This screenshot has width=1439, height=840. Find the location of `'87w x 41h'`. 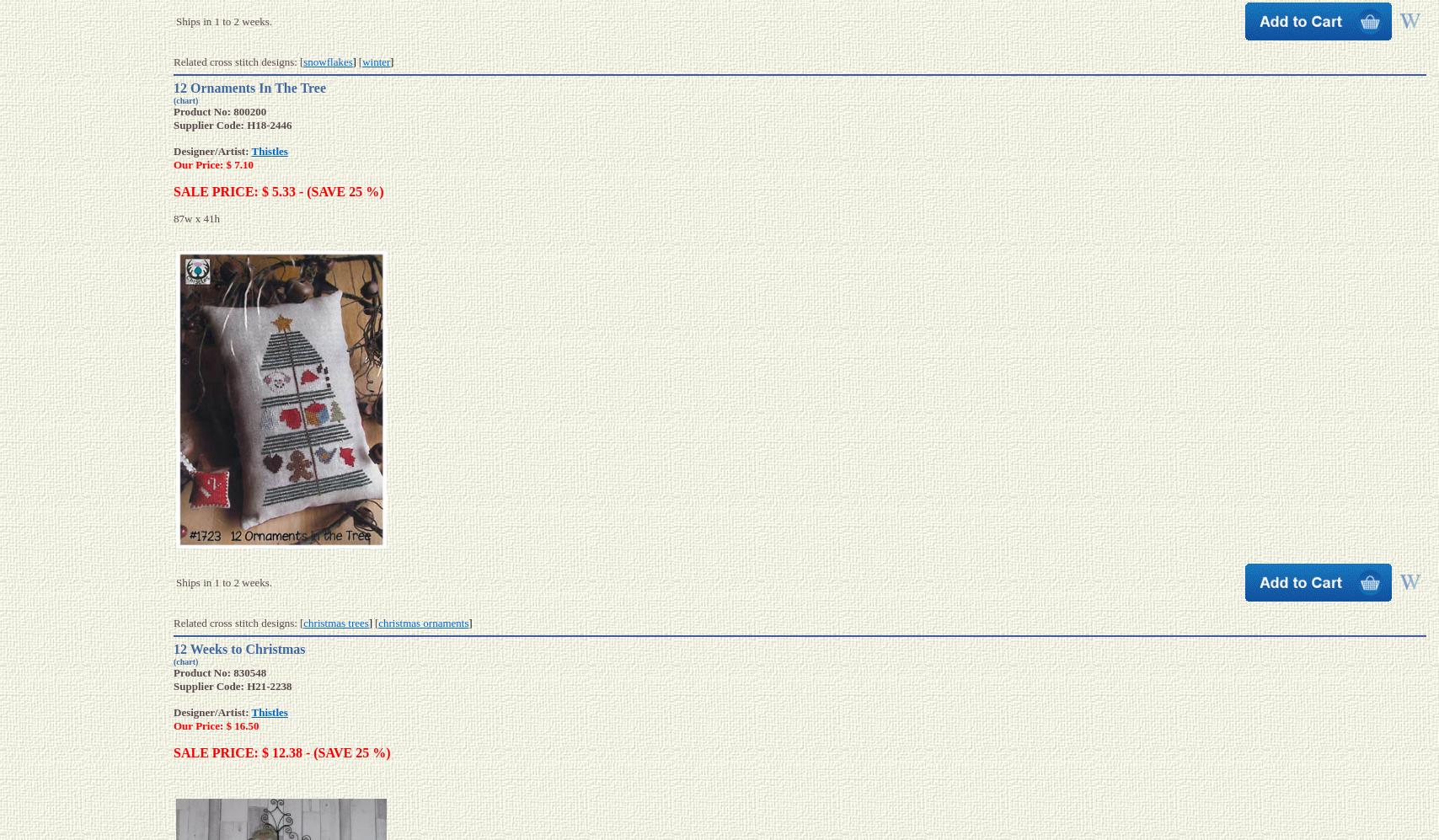

'87w x 41h' is located at coordinates (195, 217).